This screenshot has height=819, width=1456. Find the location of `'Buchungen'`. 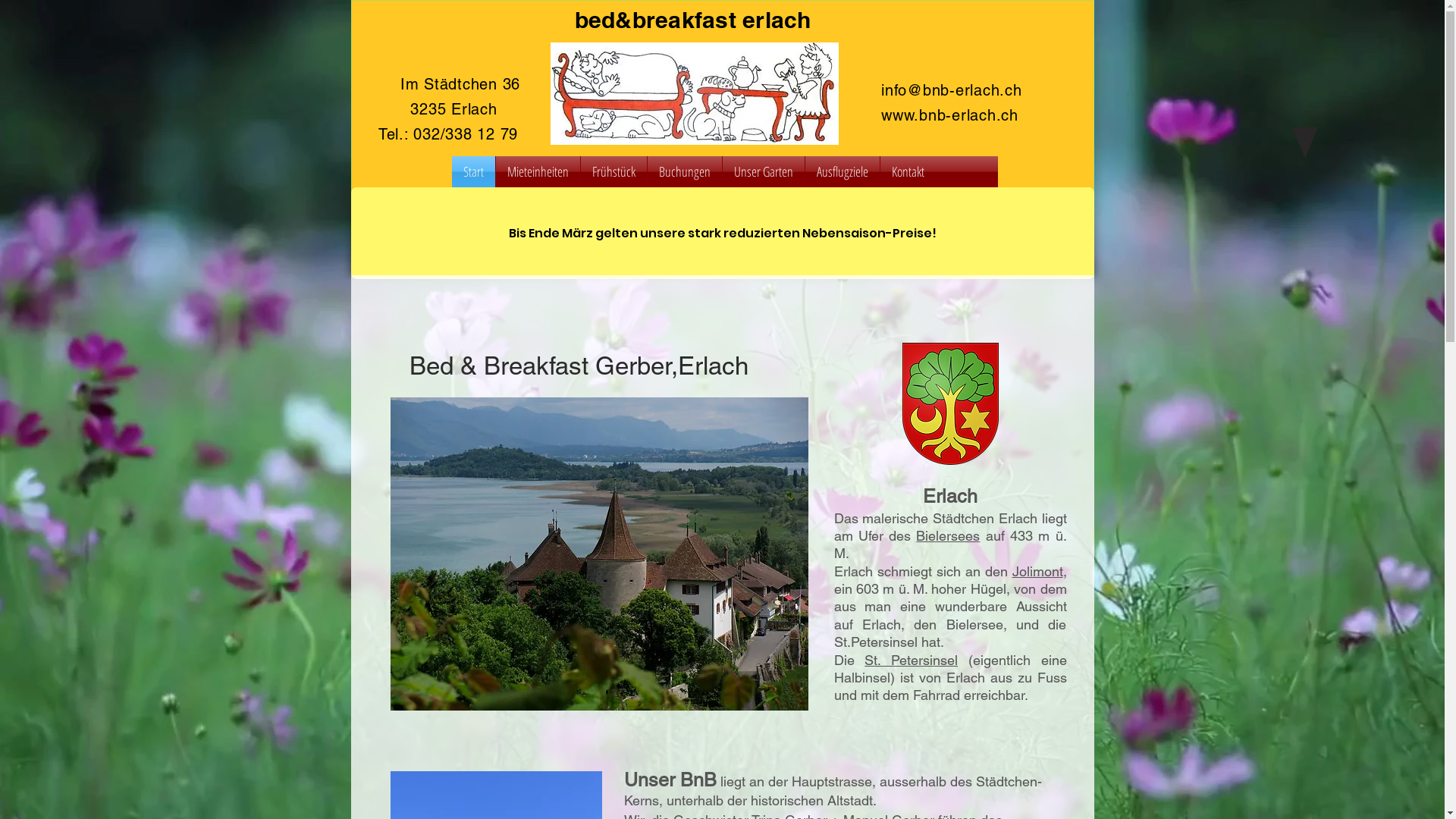

'Buchungen' is located at coordinates (683, 171).